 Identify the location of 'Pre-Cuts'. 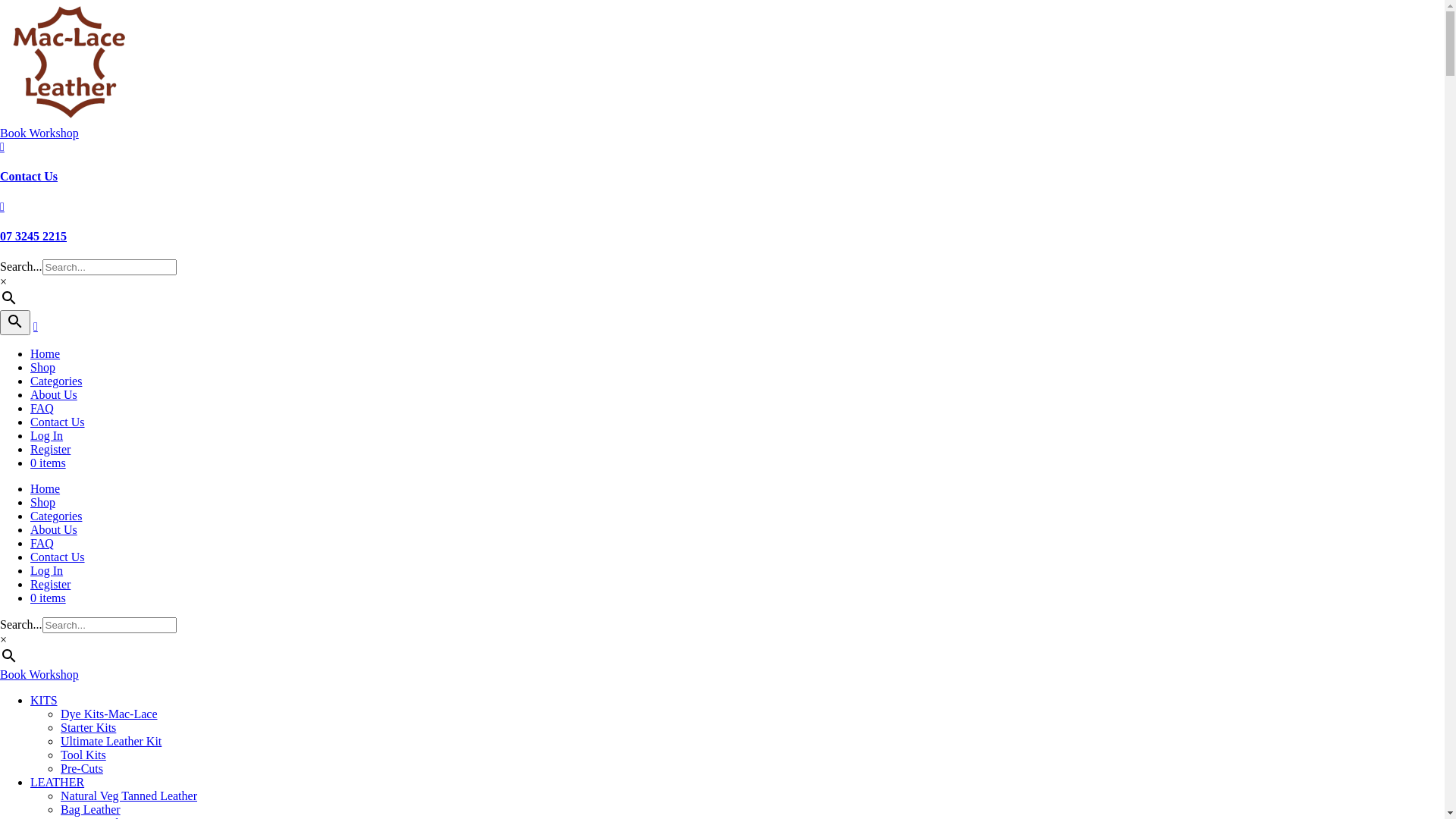
(61, 768).